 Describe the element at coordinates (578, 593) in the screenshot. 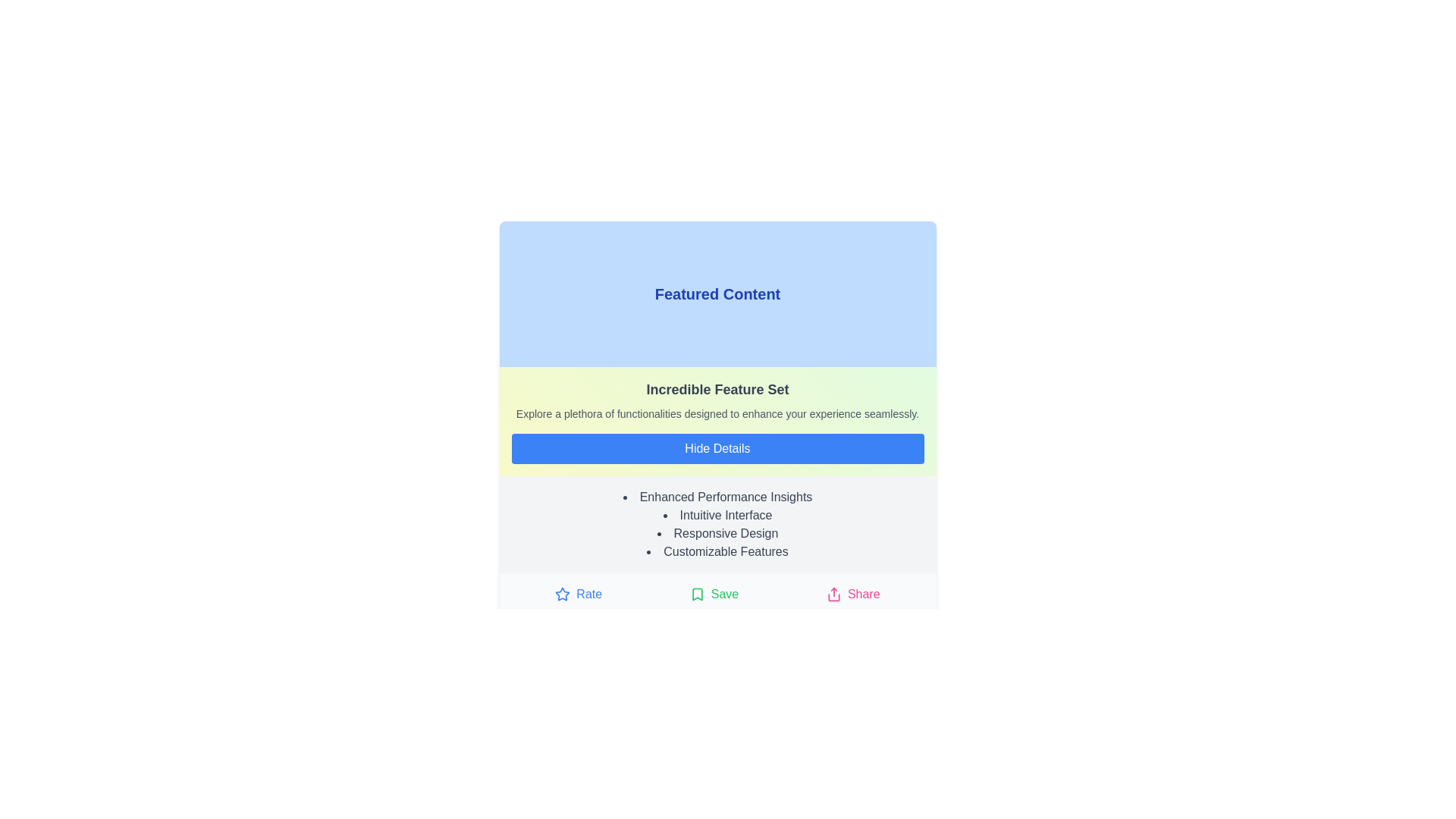

I see `the 'Rate' button, which consists of a star icon followed by the text 'Rate', styled in blue with hover effects, located as the first element in a horizontal group of options` at that location.